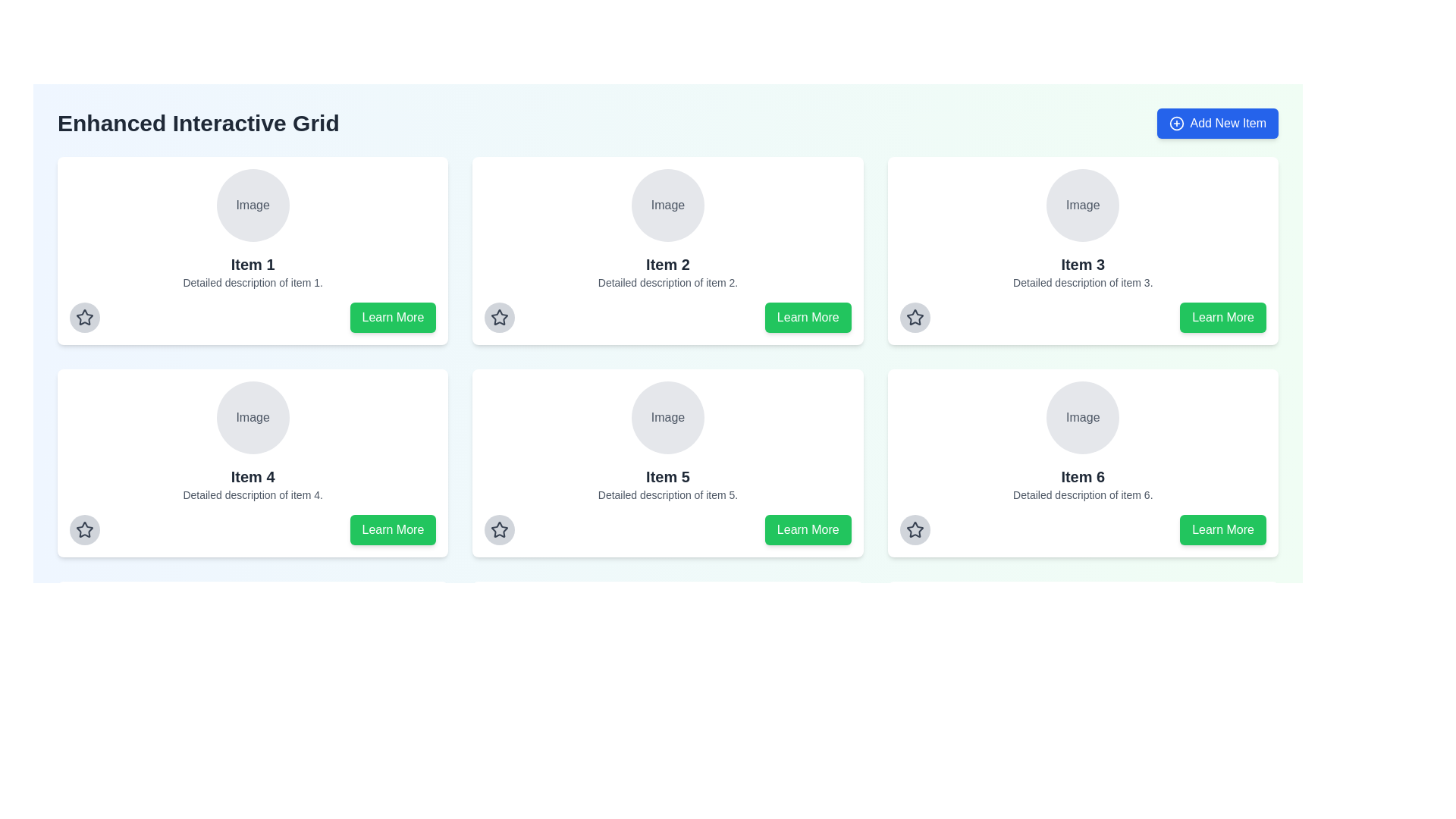 The width and height of the screenshot is (1456, 819). Describe the element at coordinates (83, 529) in the screenshot. I see `the star icon located in the lower-left corner of the 'Item 4' card to examine potential tooltip or style change` at that location.